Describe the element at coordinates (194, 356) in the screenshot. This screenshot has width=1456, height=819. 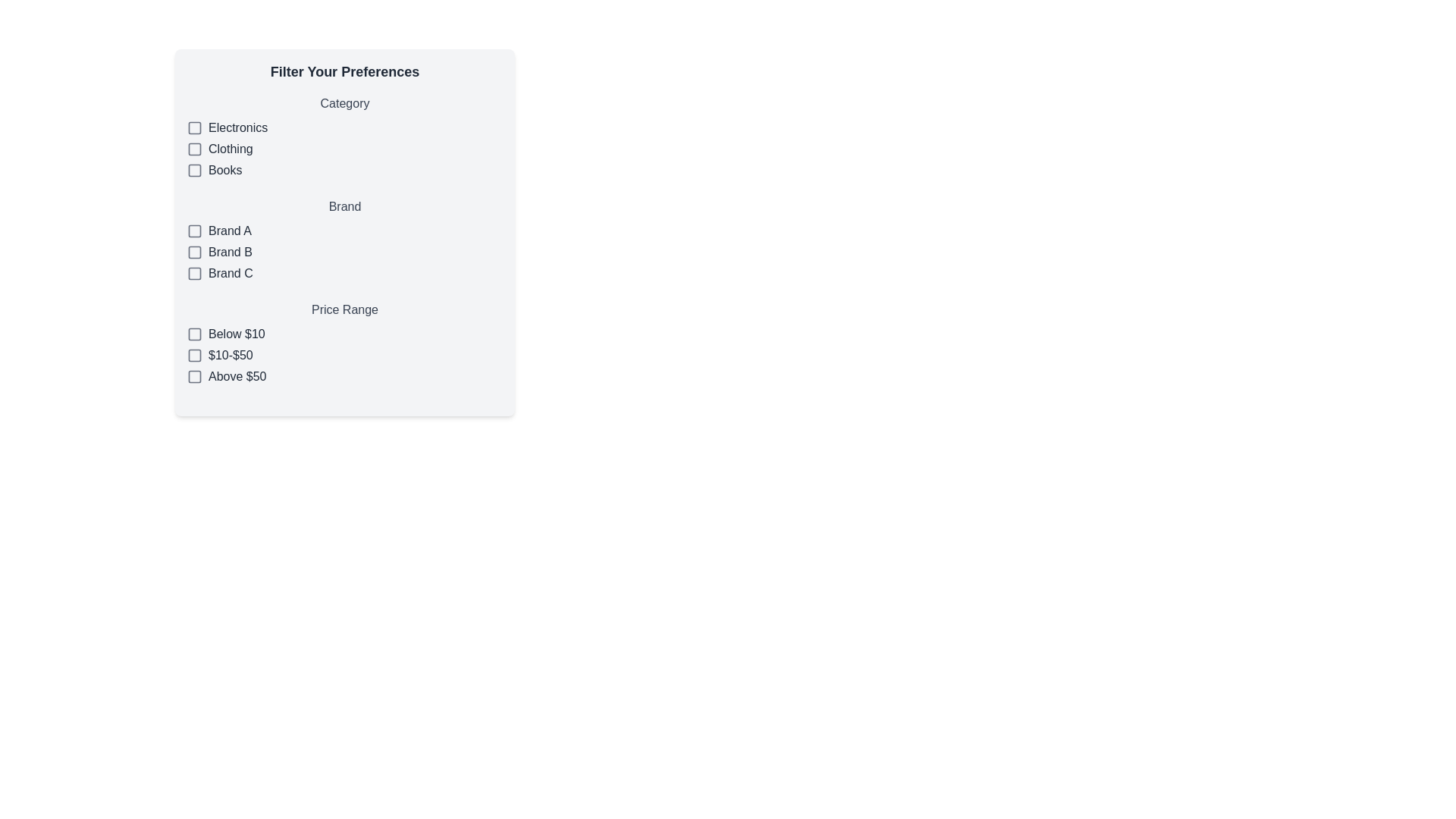
I see `the checkbox labeled '$10-$50' in the 'Price Range' section` at that location.